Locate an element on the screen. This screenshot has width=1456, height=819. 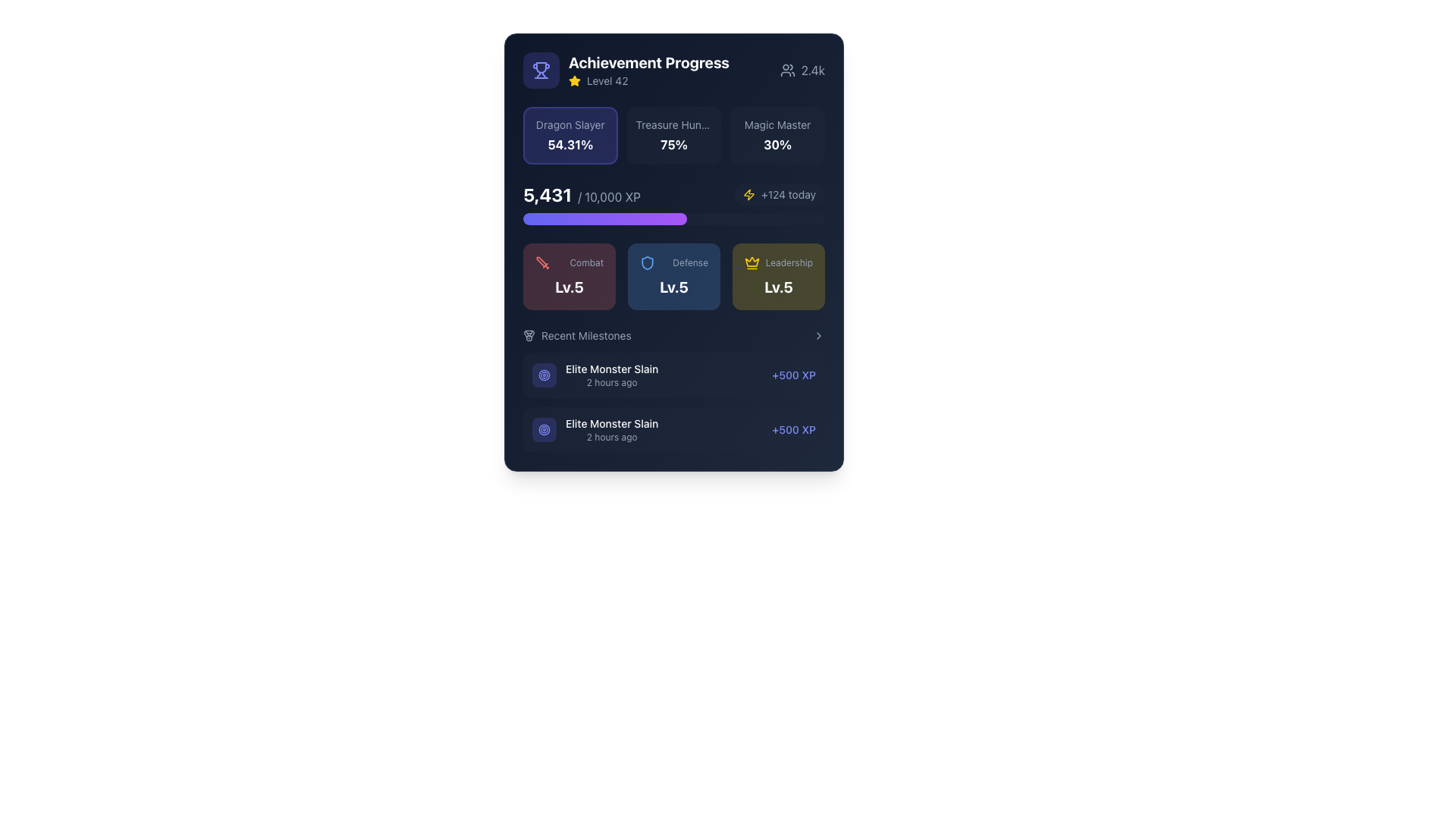
the 'Defense' informational card, which is the second card in a horizontal grid with a blue background and a shield icon is located at coordinates (673, 277).